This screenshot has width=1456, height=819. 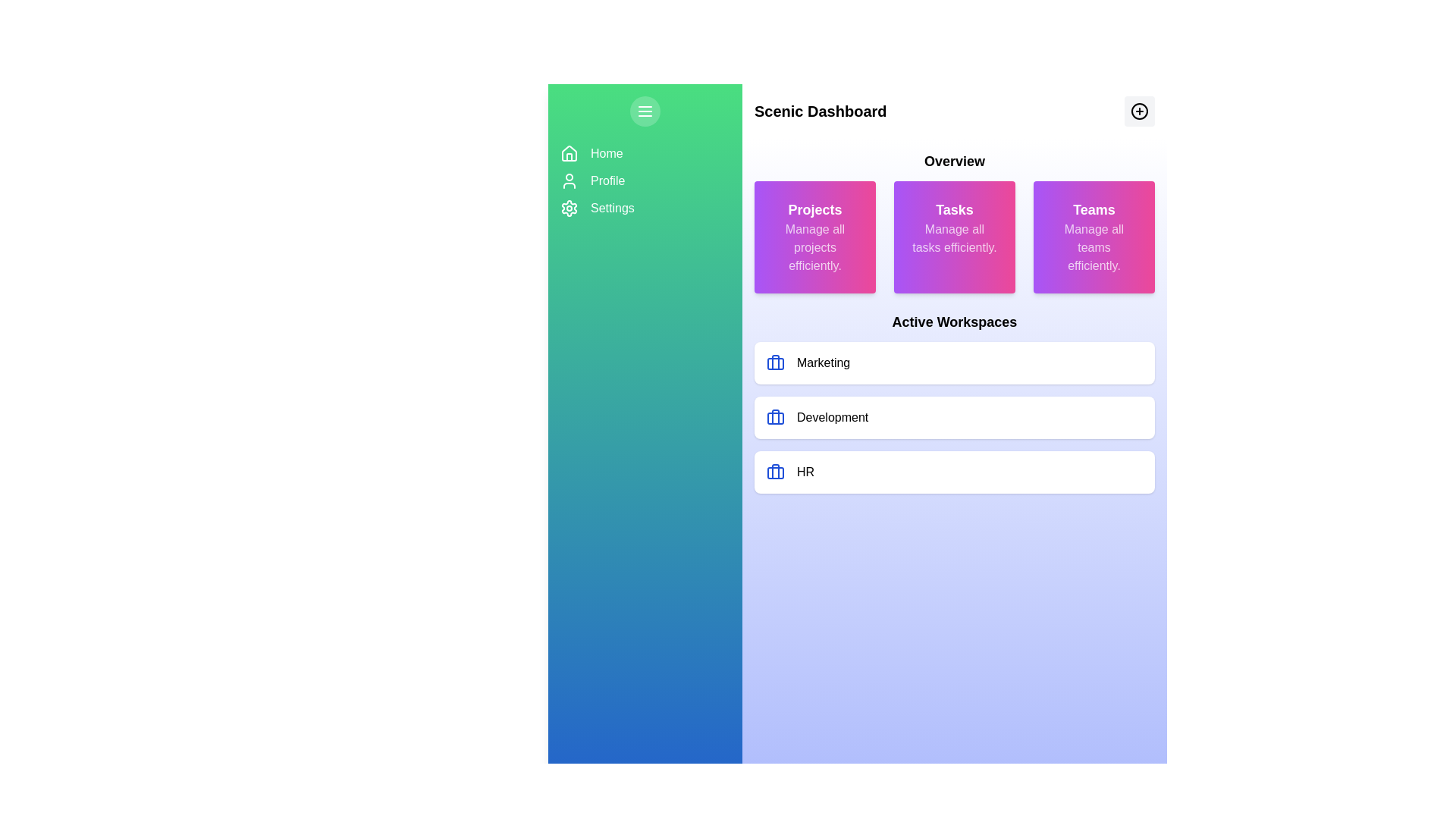 What do you see at coordinates (568, 180) in the screenshot?
I see `the user profile icon, which is a minimalistic vector illustration of a person, located in the second item of the vertical navigation menu` at bounding box center [568, 180].